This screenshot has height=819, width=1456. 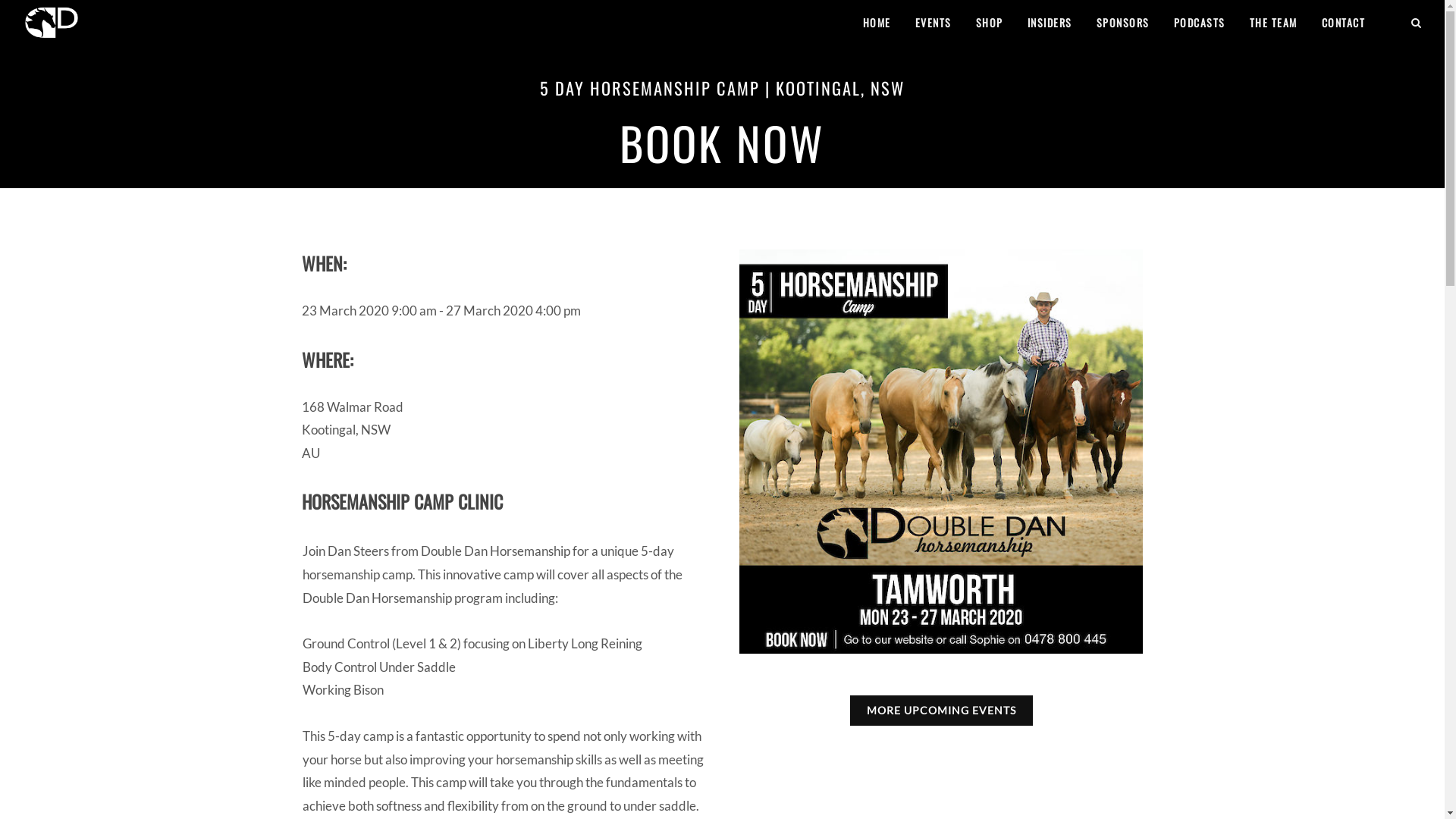 I want to click on 'EVENTS', so click(x=903, y=23).